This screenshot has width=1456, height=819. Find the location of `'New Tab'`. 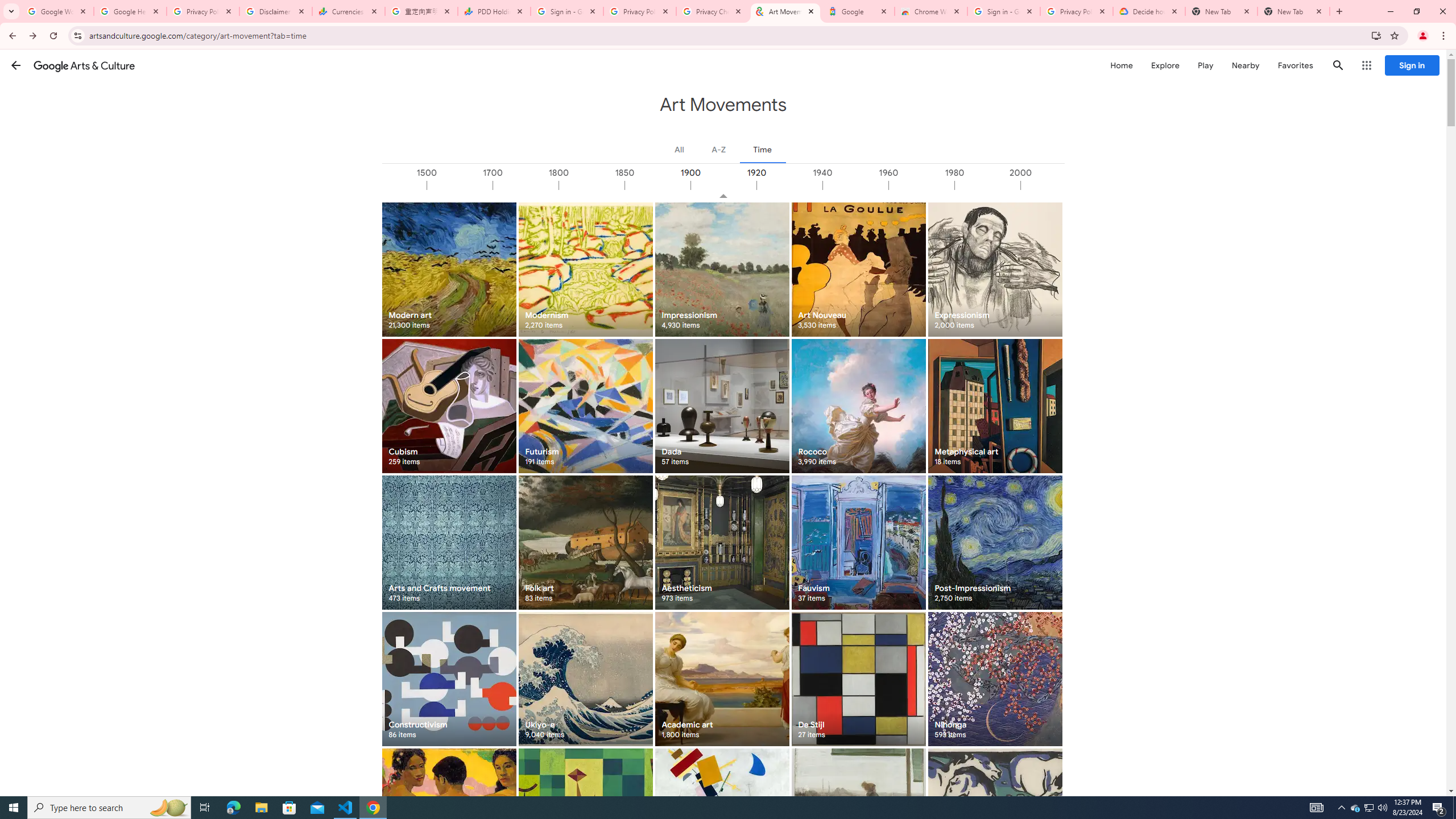

'New Tab' is located at coordinates (1293, 11).